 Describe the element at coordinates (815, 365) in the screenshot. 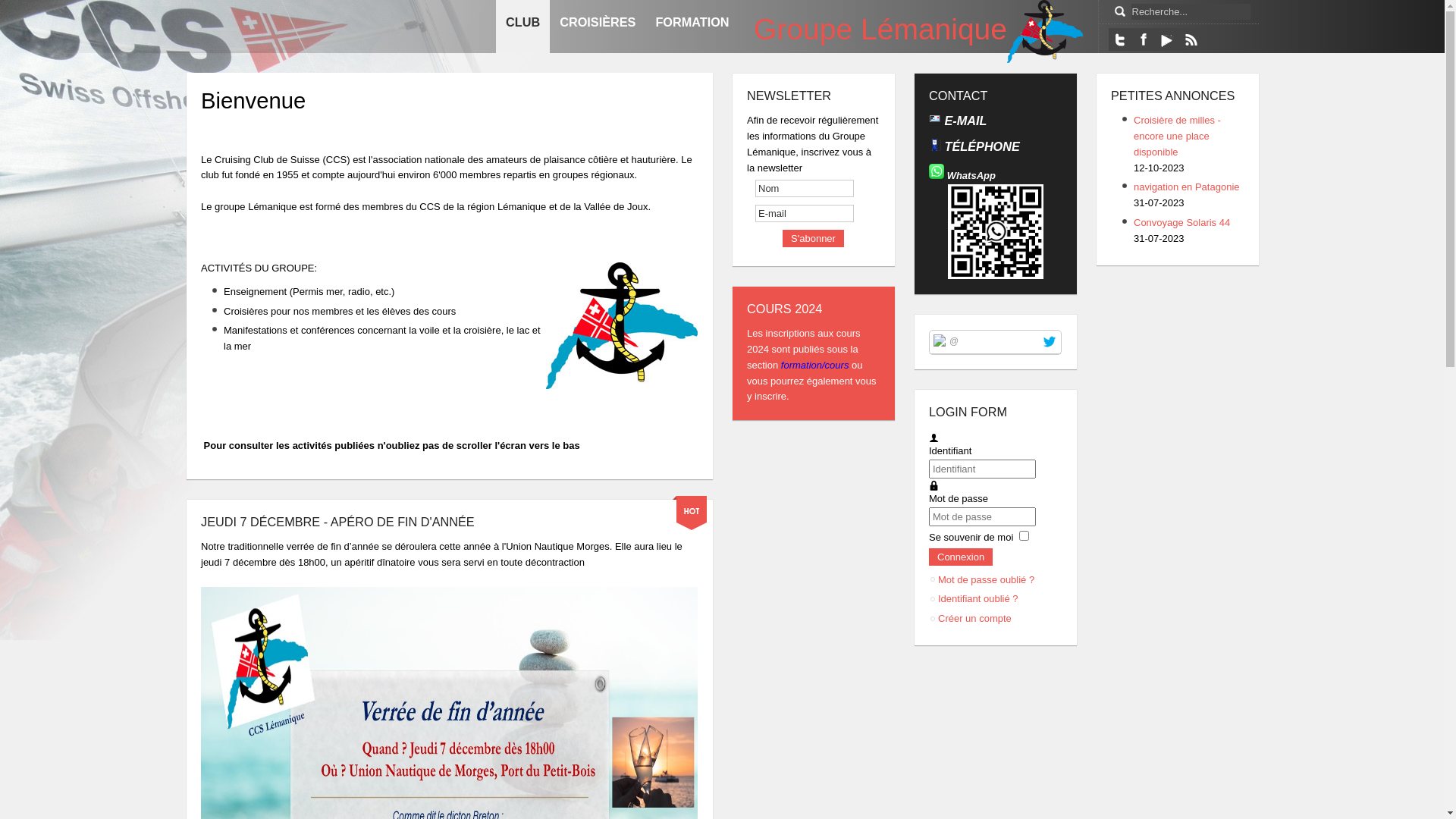

I see `'formation/cours'` at that location.